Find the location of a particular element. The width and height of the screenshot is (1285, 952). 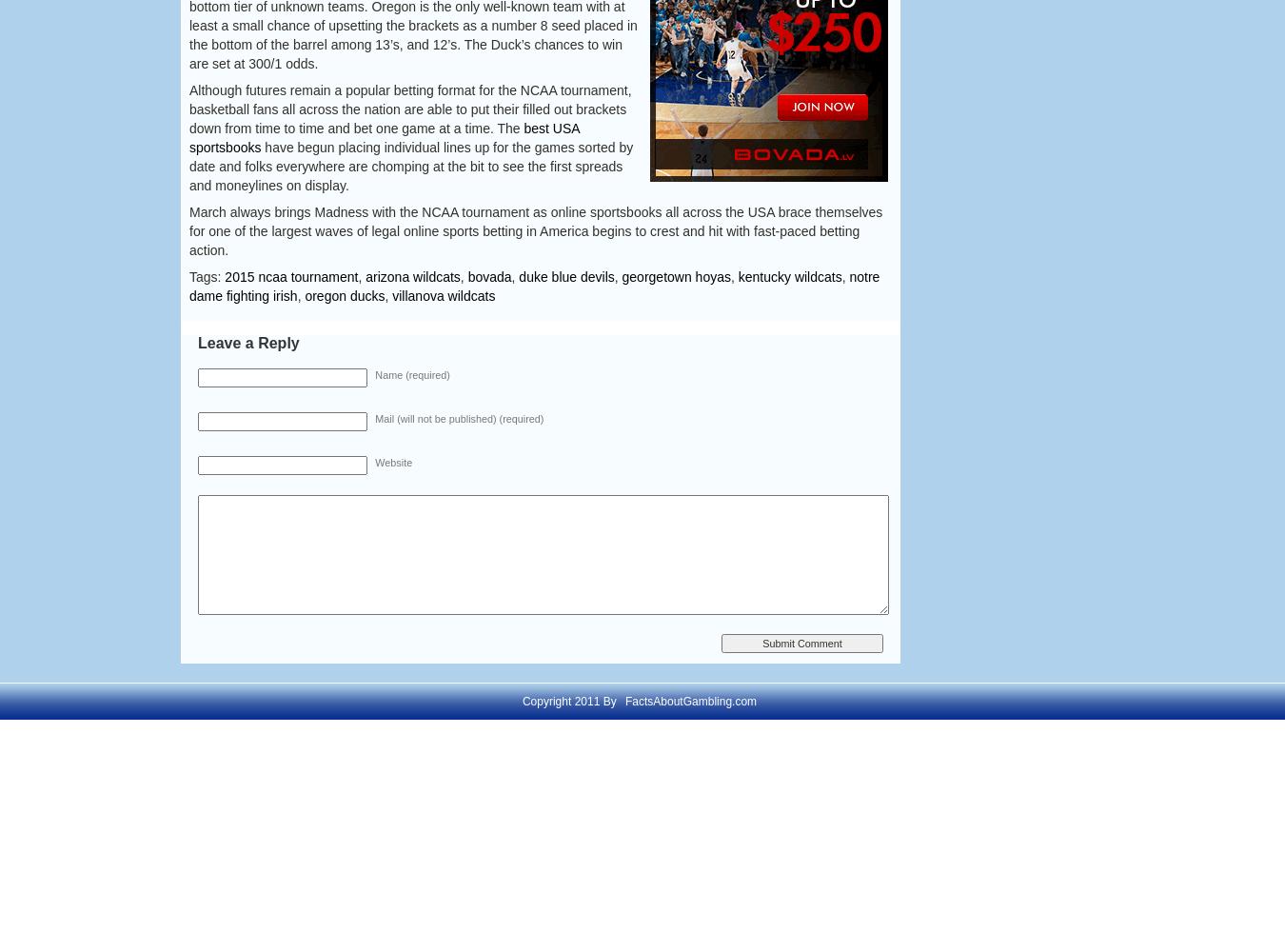

'duke blue devils' is located at coordinates (565, 277).